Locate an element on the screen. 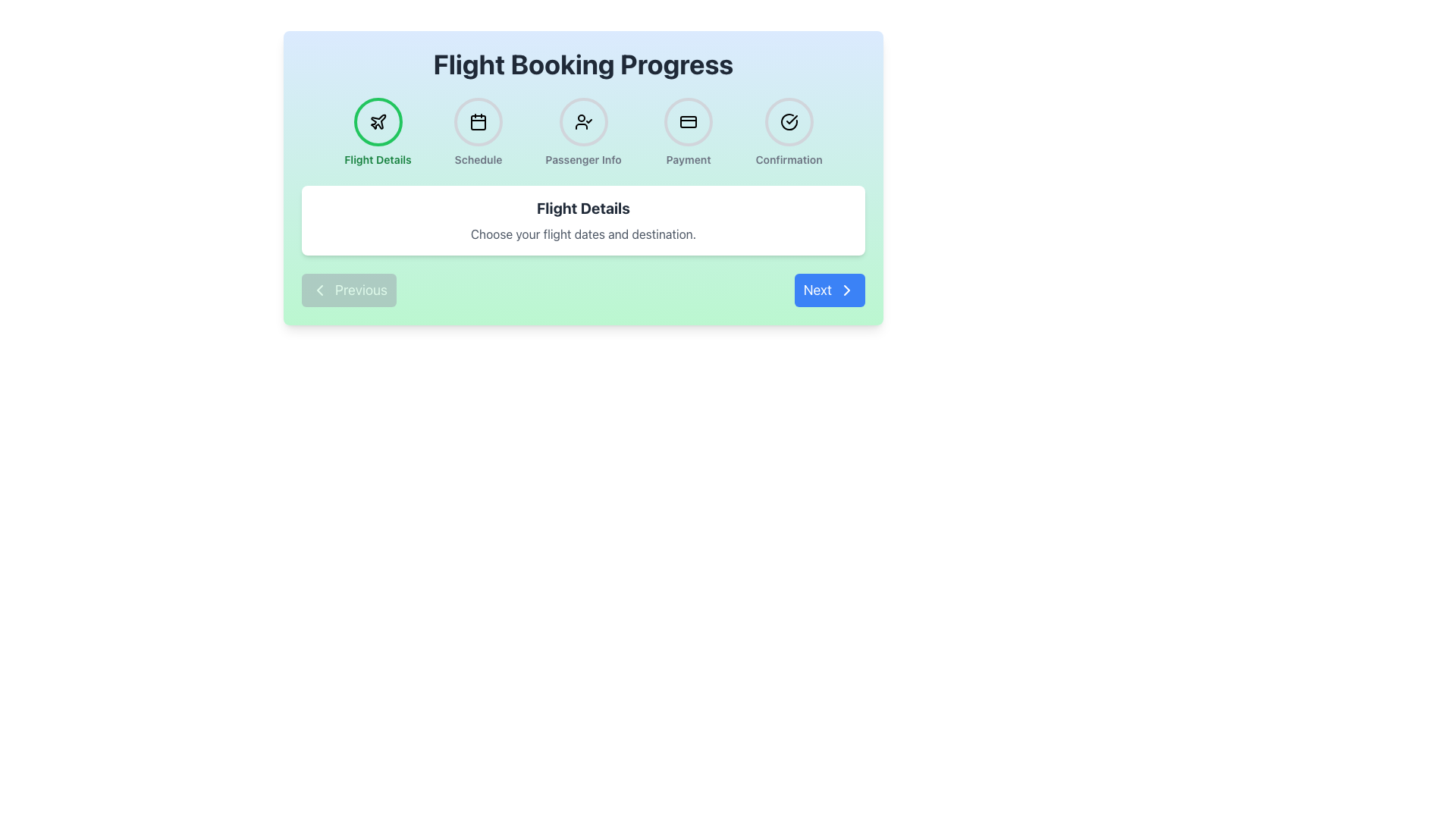  the Text Label that states 'Choose your flight dates and destination.' located below the 'Flight Details' heading is located at coordinates (582, 234).